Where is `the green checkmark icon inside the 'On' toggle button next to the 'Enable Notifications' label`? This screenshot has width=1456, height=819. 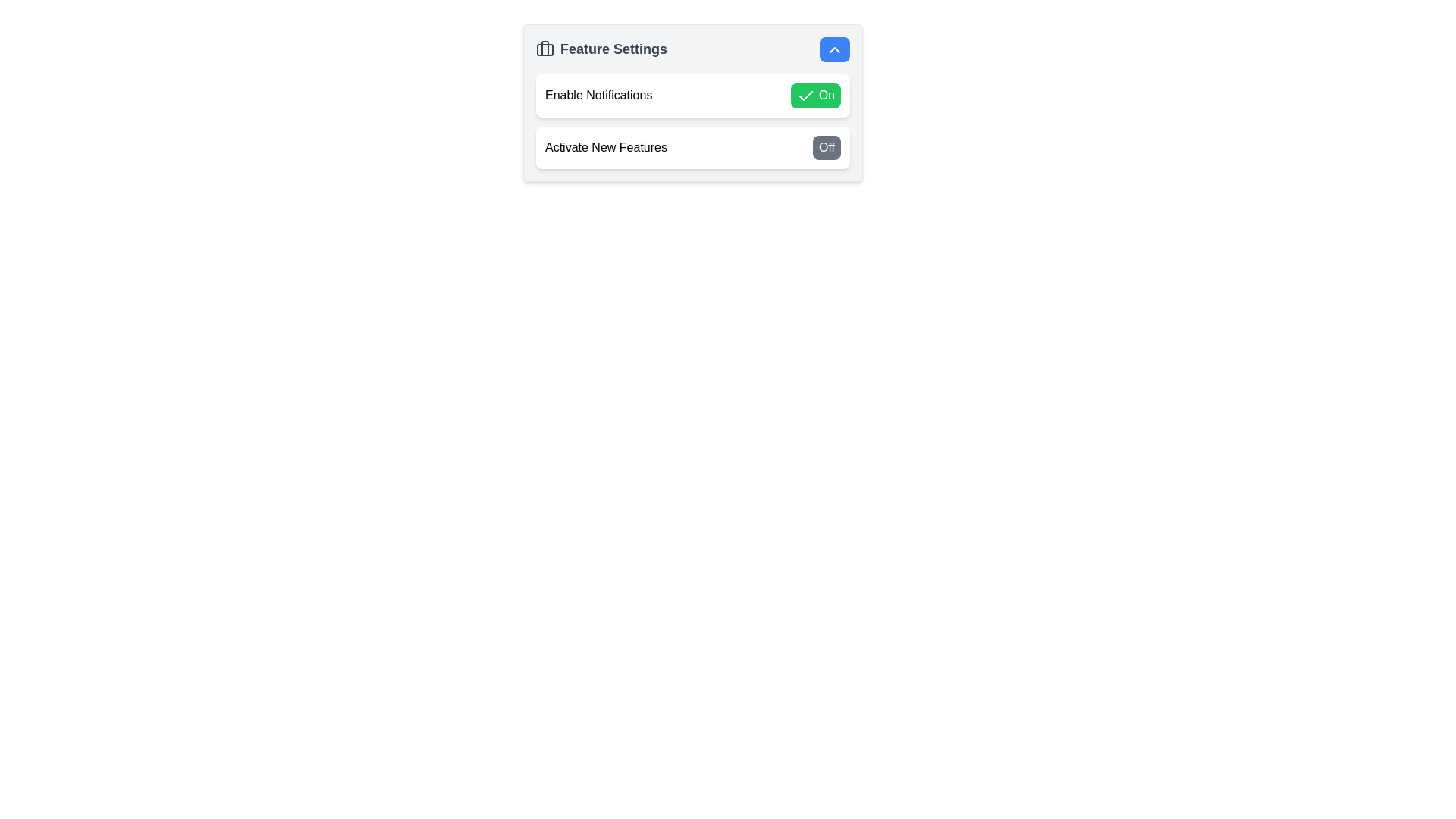
the green checkmark icon inside the 'On' toggle button next to the 'Enable Notifications' label is located at coordinates (805, 96).